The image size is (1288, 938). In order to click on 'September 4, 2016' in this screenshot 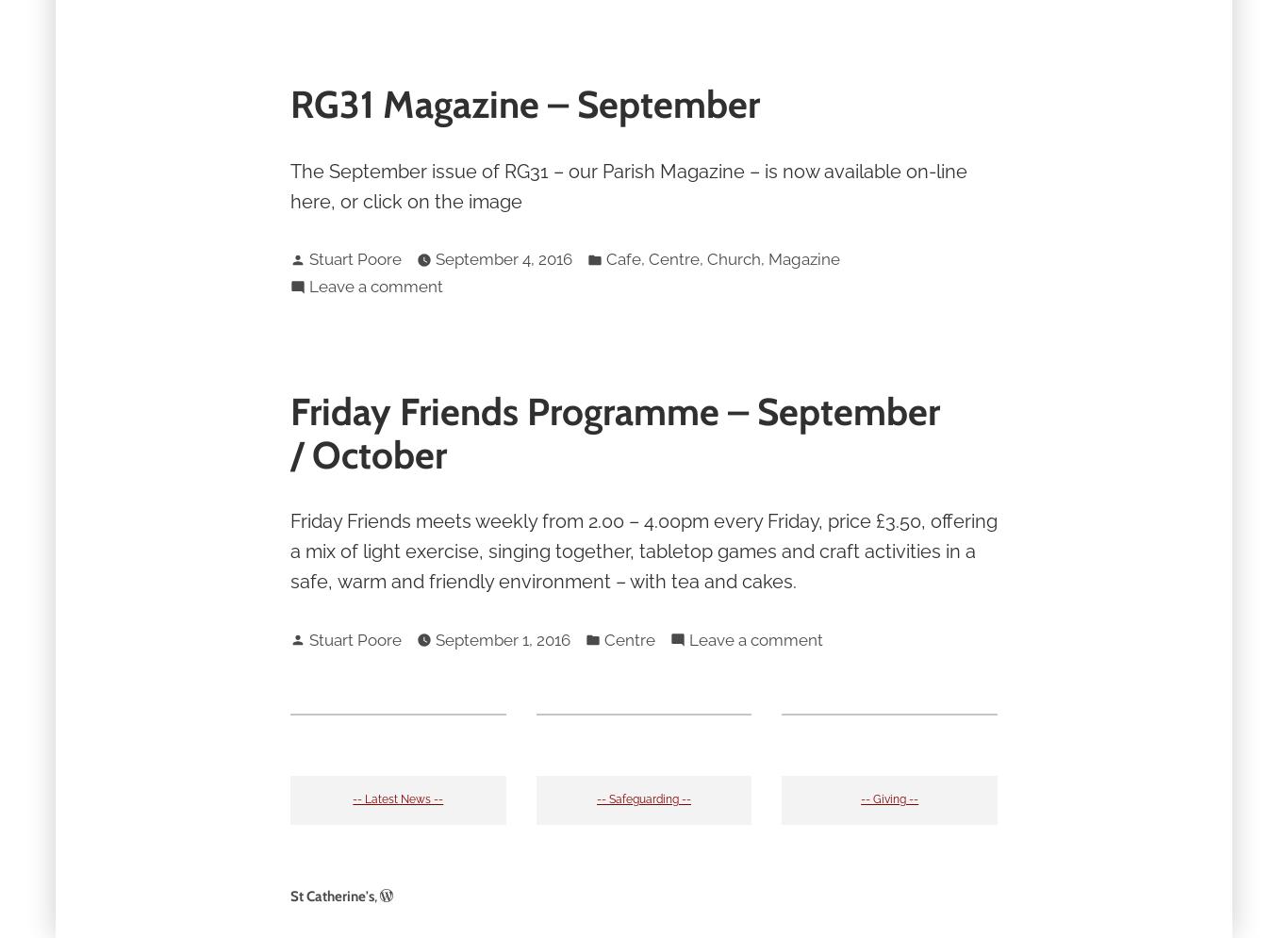, I will do `click(504, 258)`.